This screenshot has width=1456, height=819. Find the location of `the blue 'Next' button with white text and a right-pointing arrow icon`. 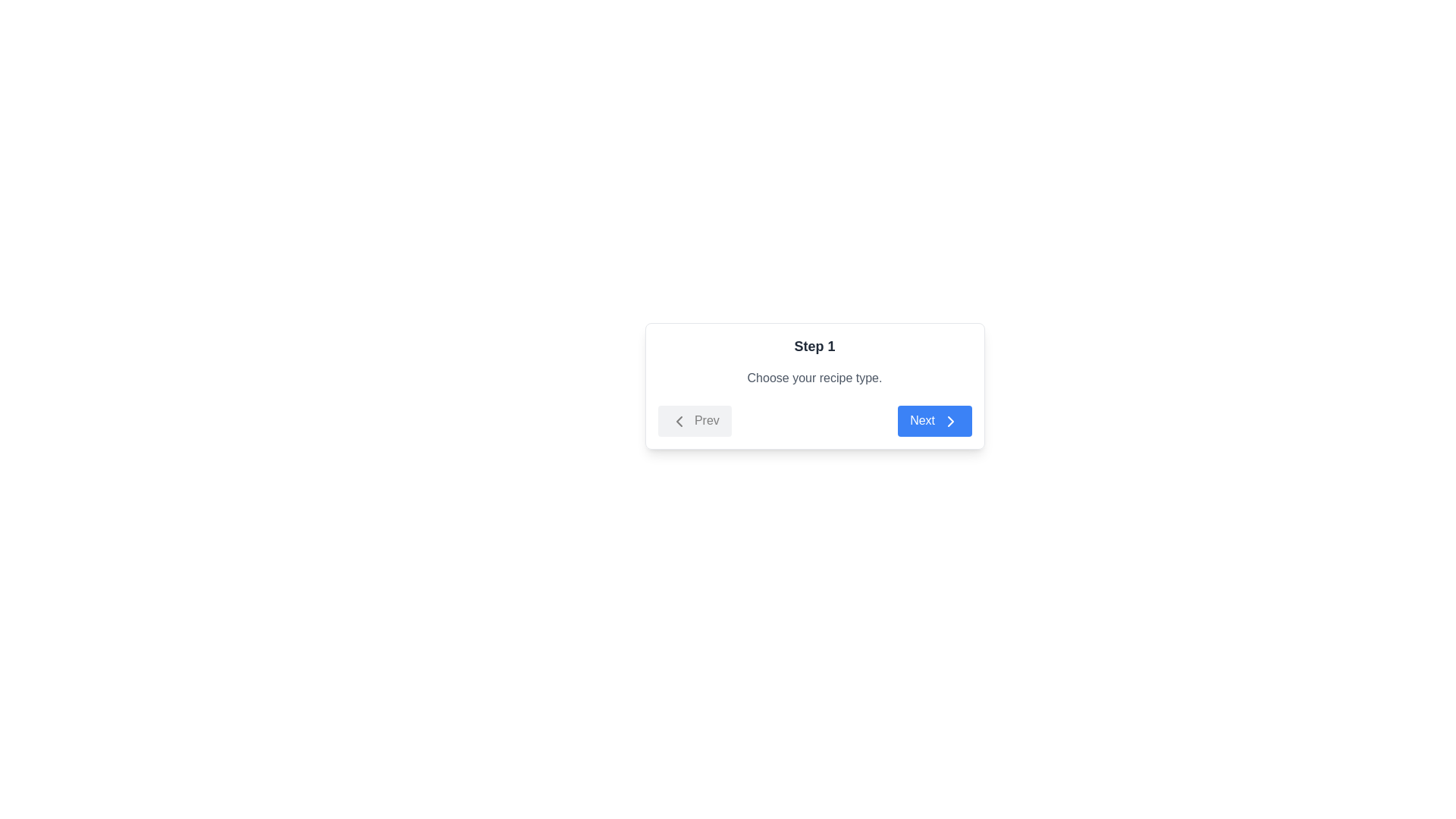

the blue 'Next' button with white text and a right-pointing arrow icon is located at coordinates (934, 421).